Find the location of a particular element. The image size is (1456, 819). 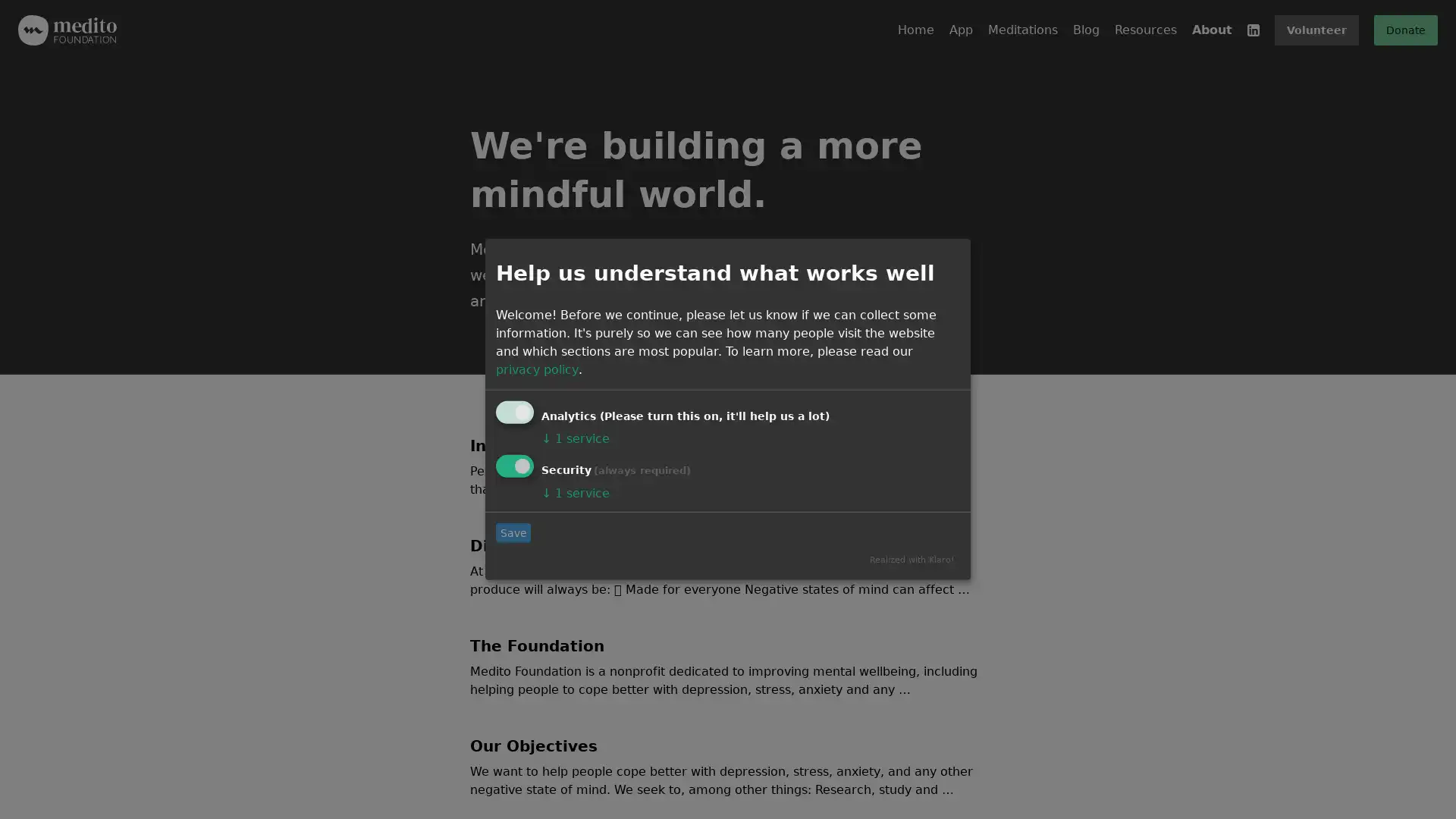

Volunteer is located at coordinates (1316, 30).